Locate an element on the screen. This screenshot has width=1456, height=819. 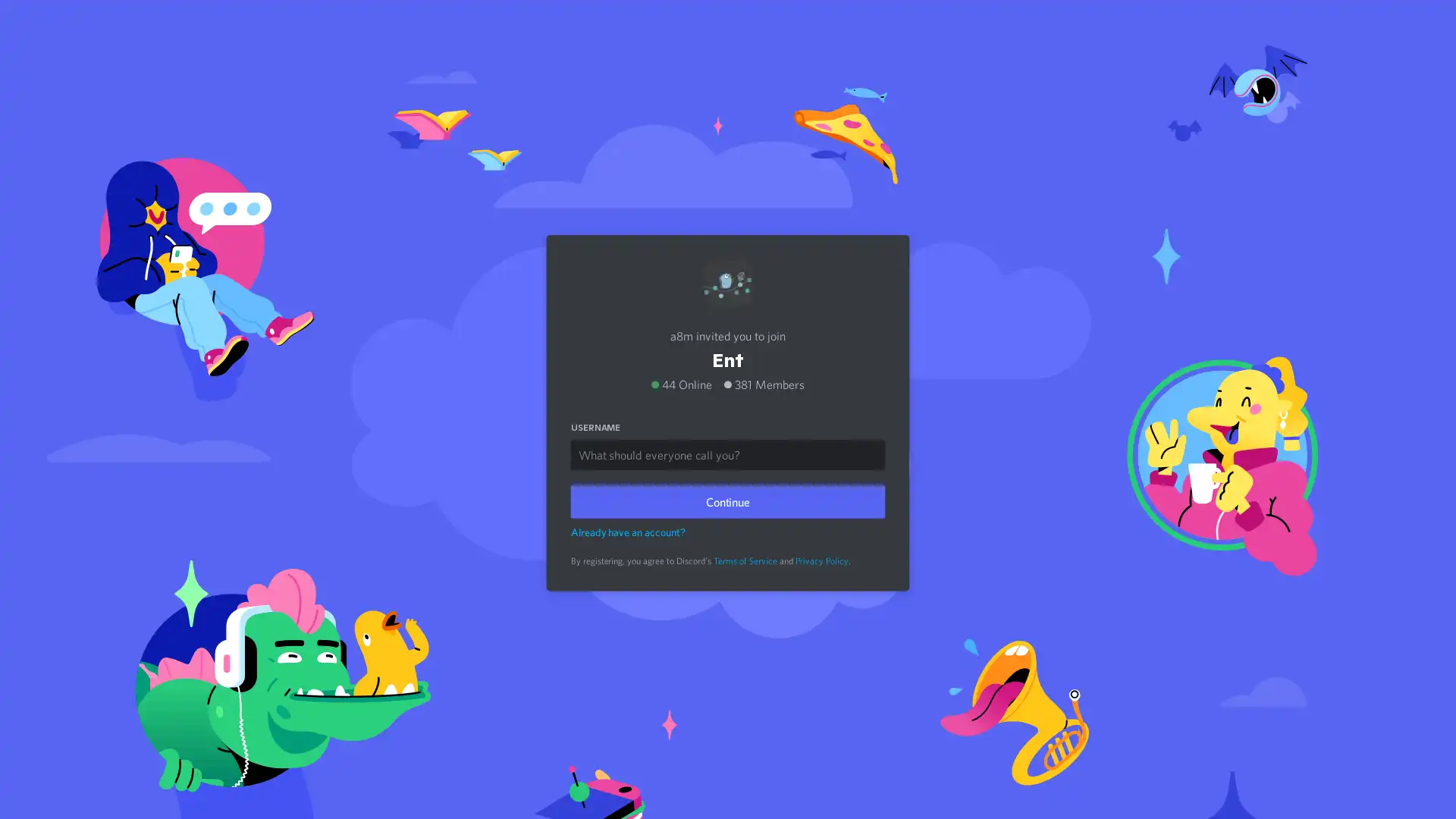
Already have an account? is located at coordinates (628, 528).